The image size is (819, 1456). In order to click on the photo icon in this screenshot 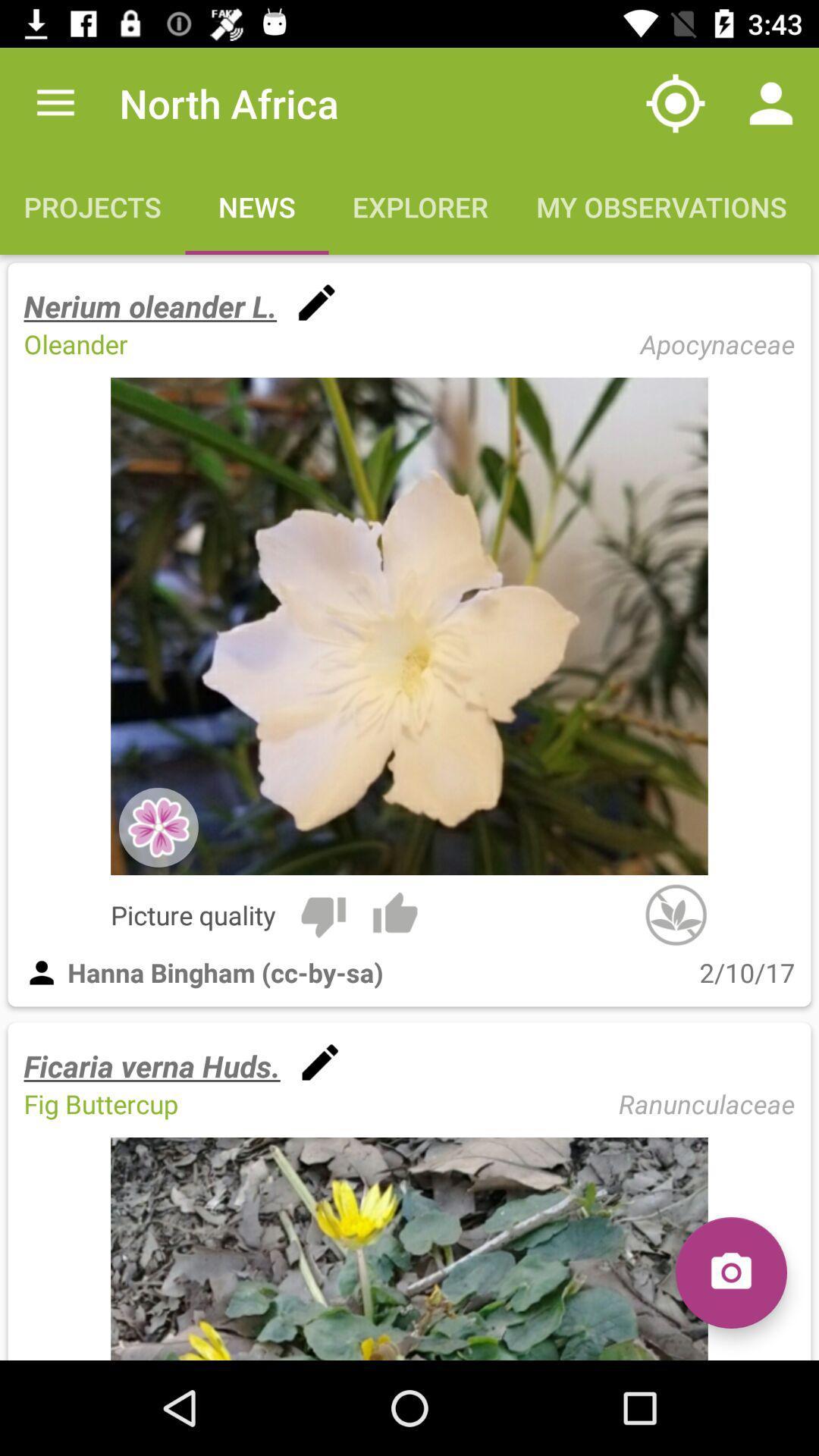, I will do `click(730, 1272)`.